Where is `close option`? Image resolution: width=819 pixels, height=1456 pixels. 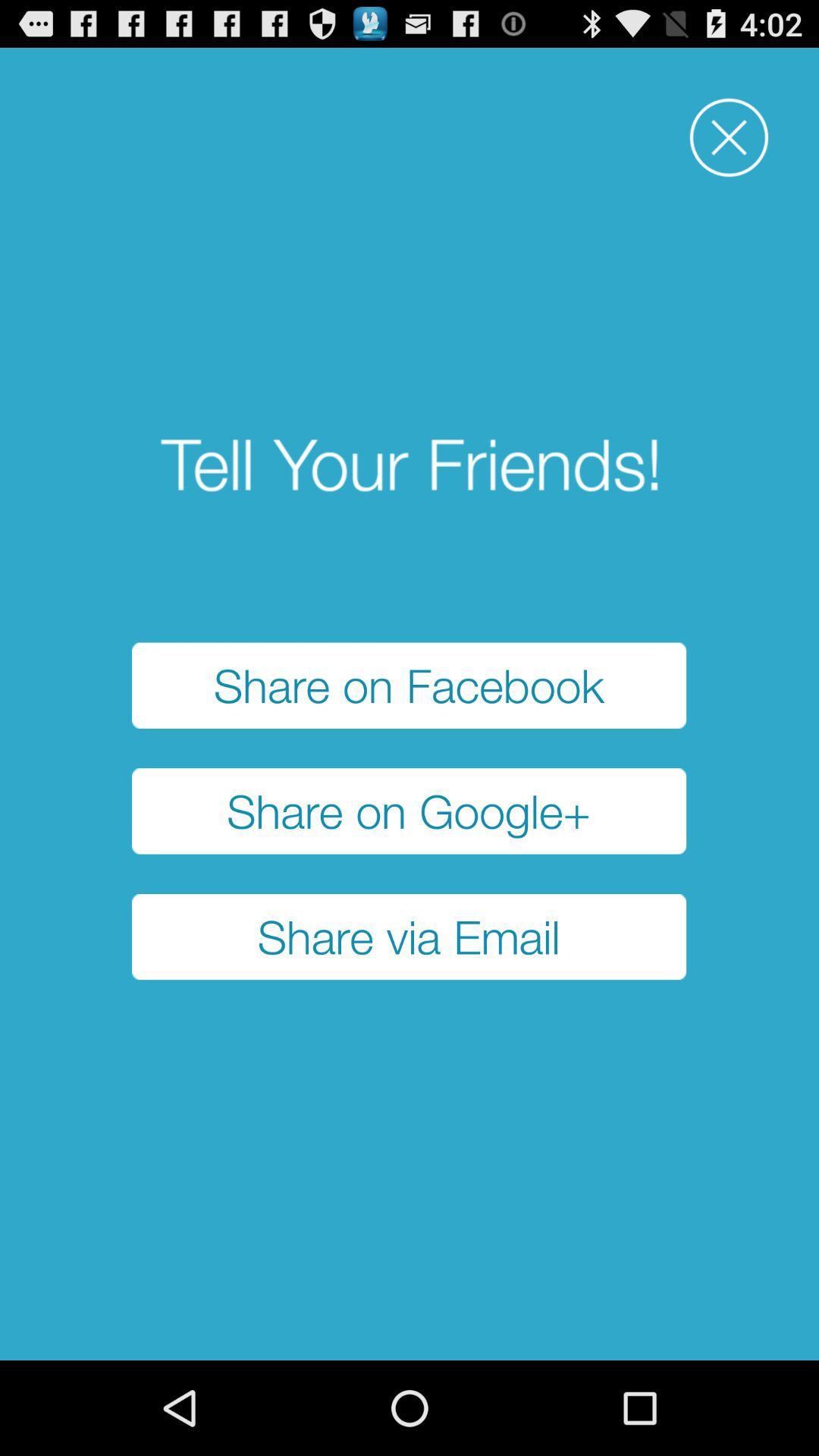 close option is located at coordinates (728, 137).